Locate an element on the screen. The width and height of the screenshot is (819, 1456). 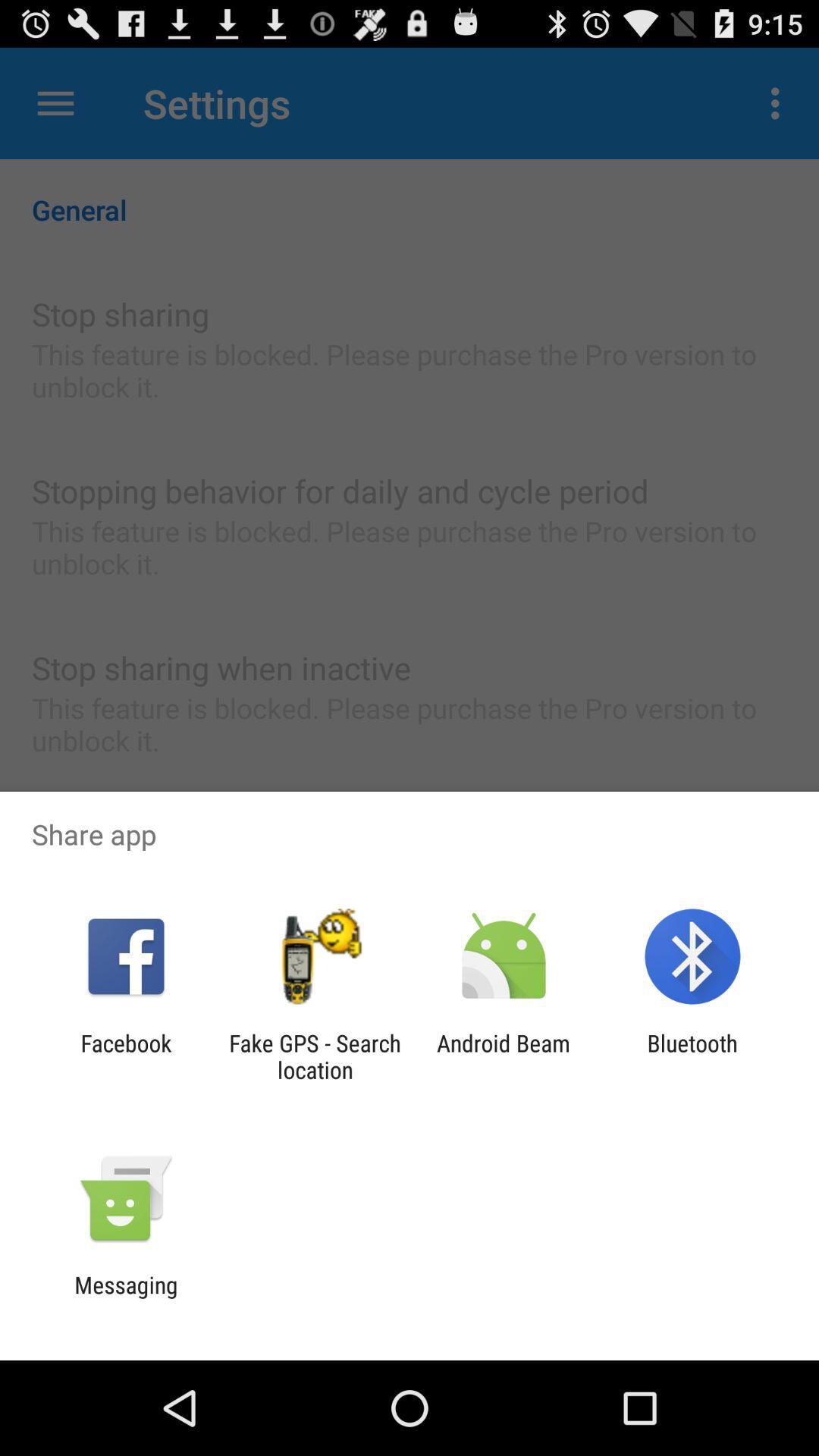
the android beam is located at coordinates (504, 1056).